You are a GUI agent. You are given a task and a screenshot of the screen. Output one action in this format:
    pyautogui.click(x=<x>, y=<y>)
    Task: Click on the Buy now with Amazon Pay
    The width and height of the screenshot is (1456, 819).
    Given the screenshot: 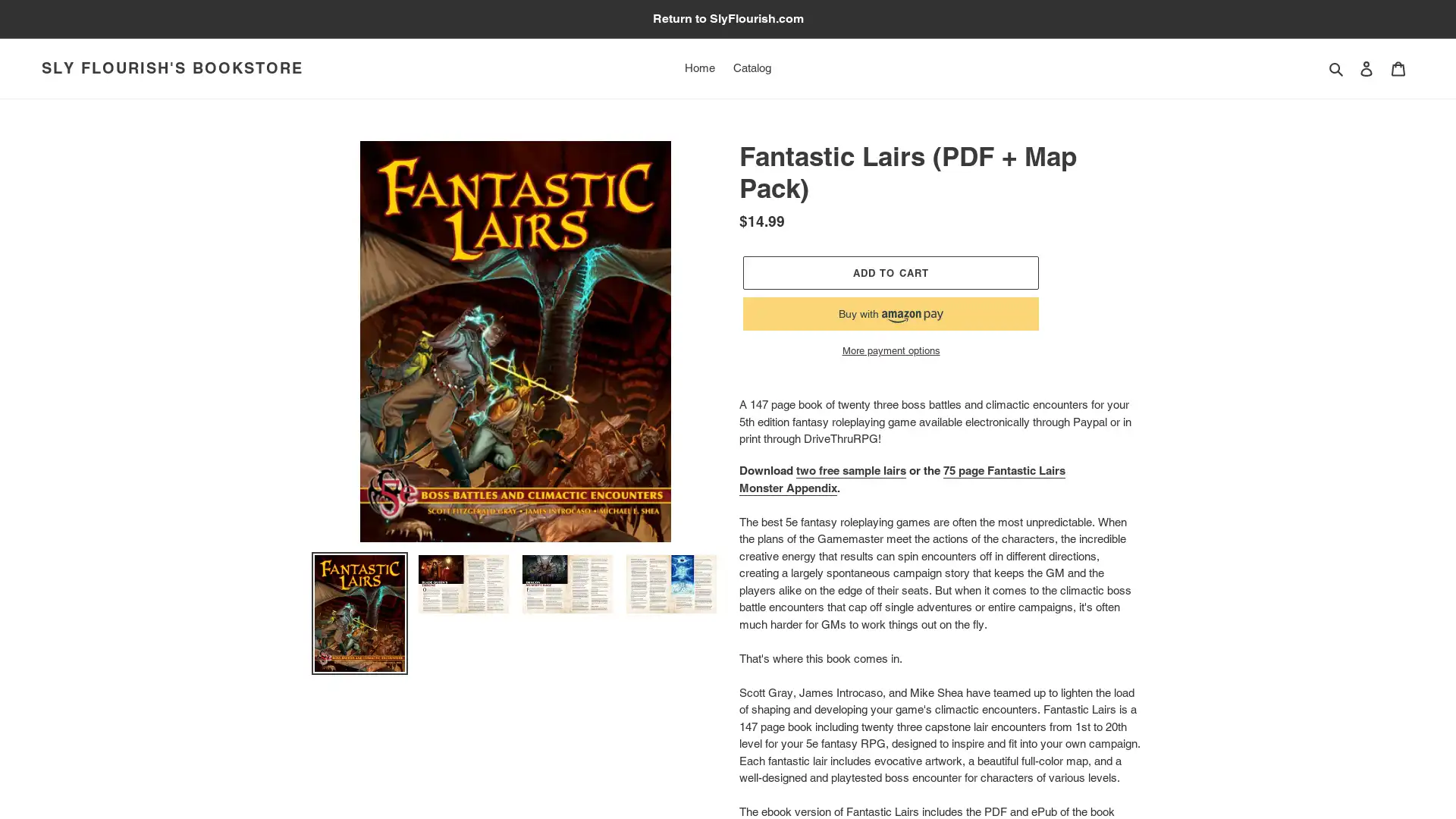 What is the action you would take?
    pyautogui.click(x=891, y=312)
    